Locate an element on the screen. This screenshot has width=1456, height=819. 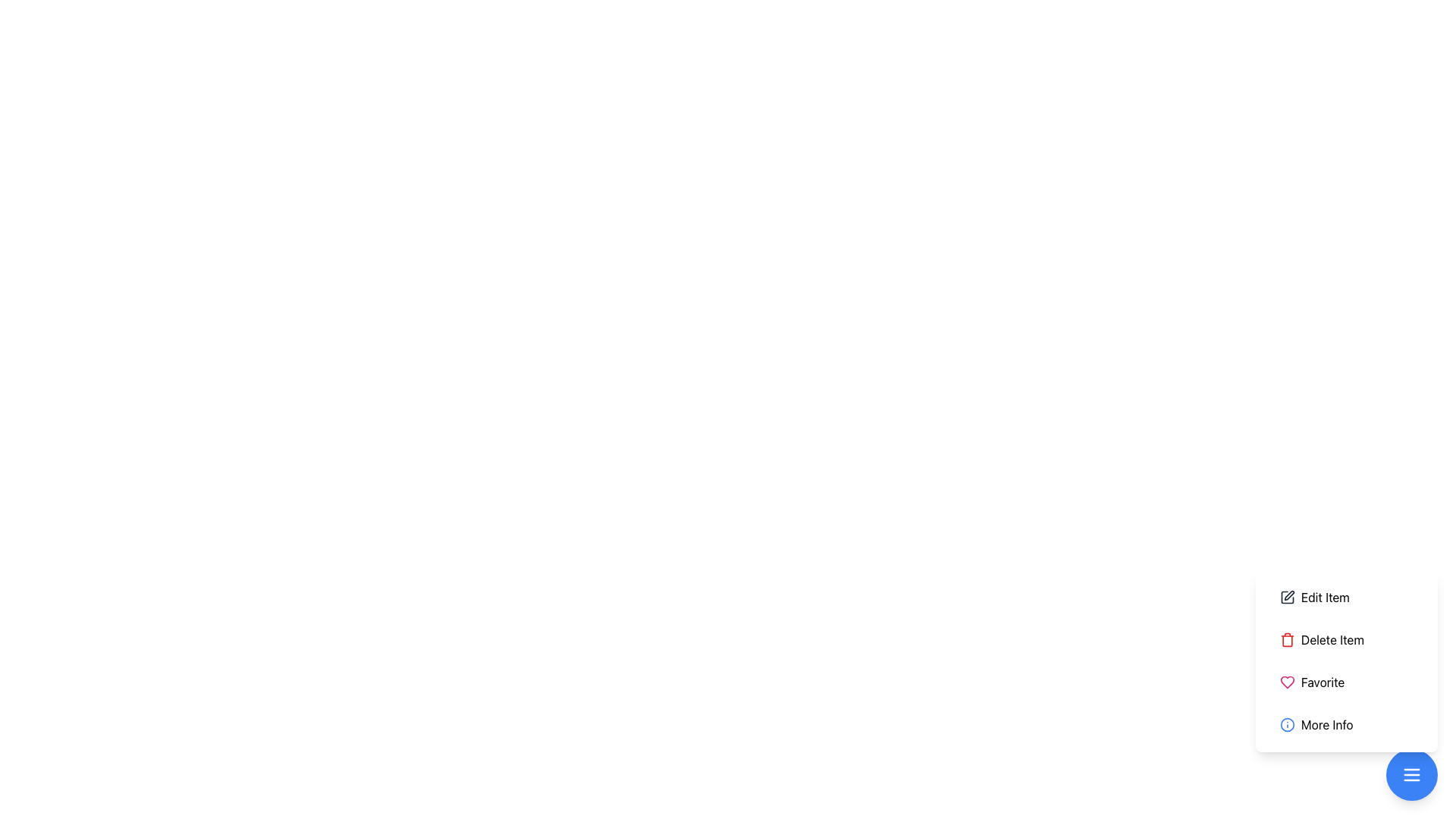
the first list item labeled 'Edit Item' with a pen icon is located at coordinates (1347, 596).